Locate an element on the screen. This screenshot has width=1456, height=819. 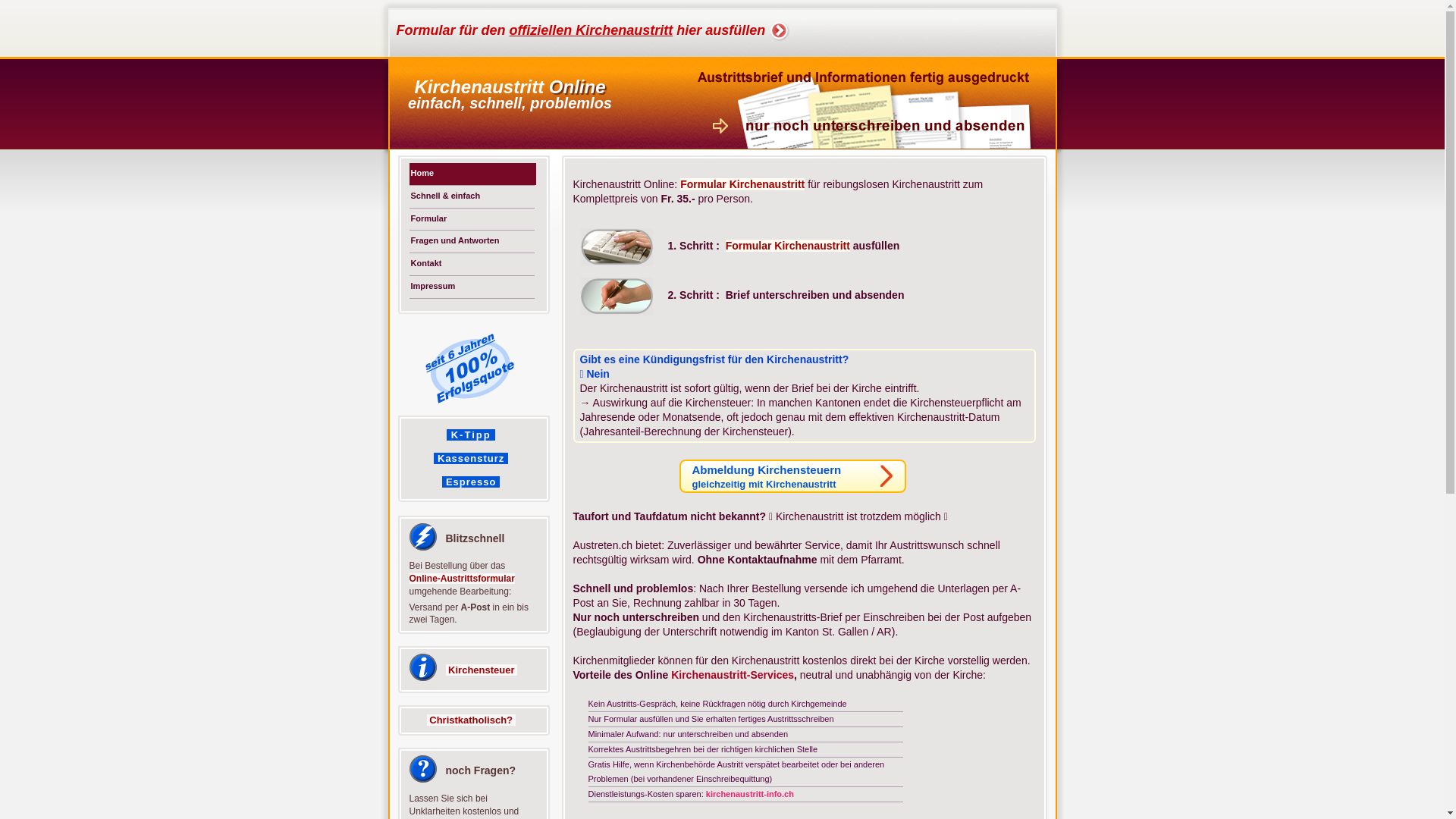
' Kirchensteuer ' is located at coordinates (481, 669).